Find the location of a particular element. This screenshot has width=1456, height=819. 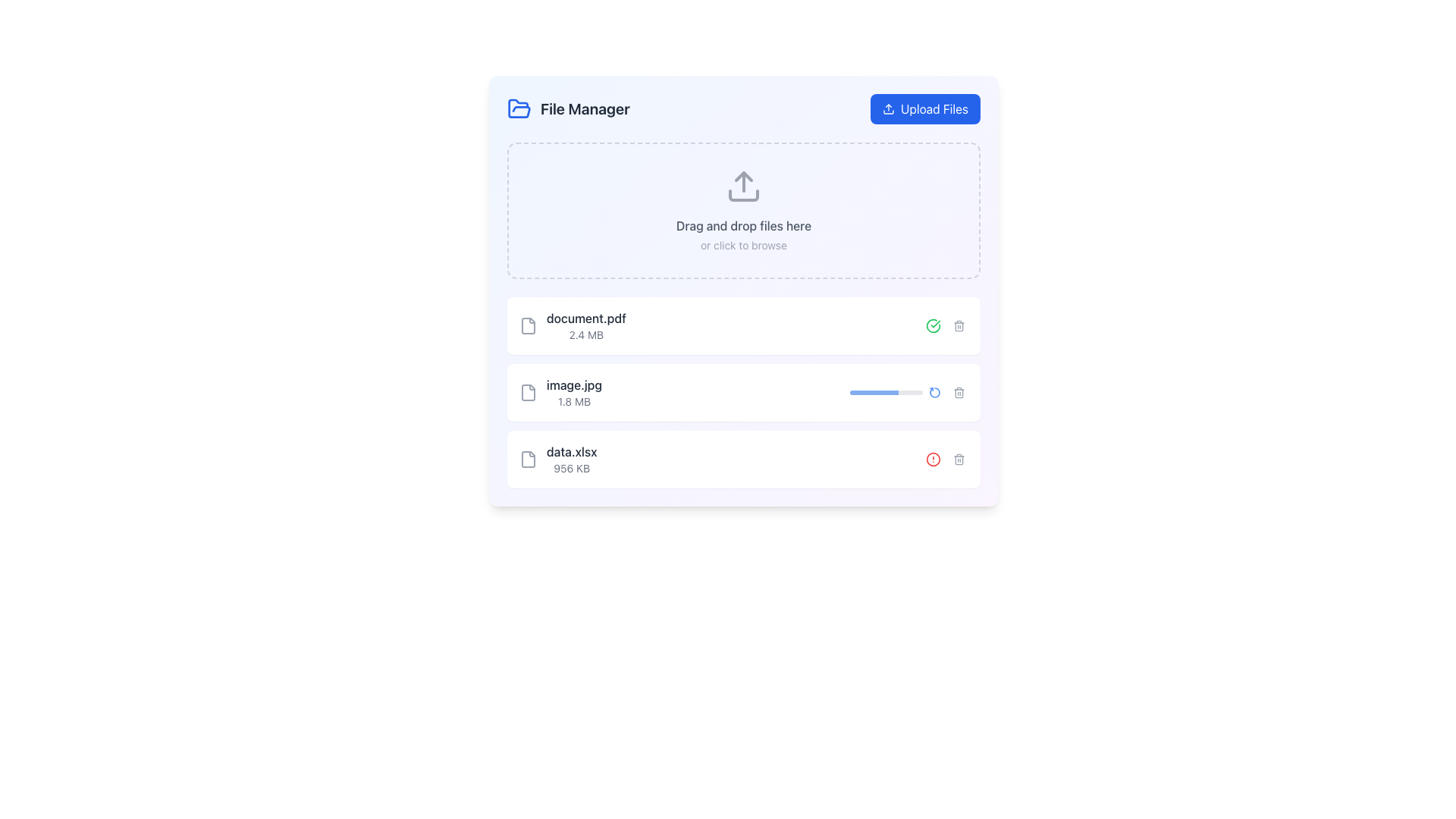

the upload confirmation icon located on the right-hand side of the second row in the file list is located at coordinates (932, 325).